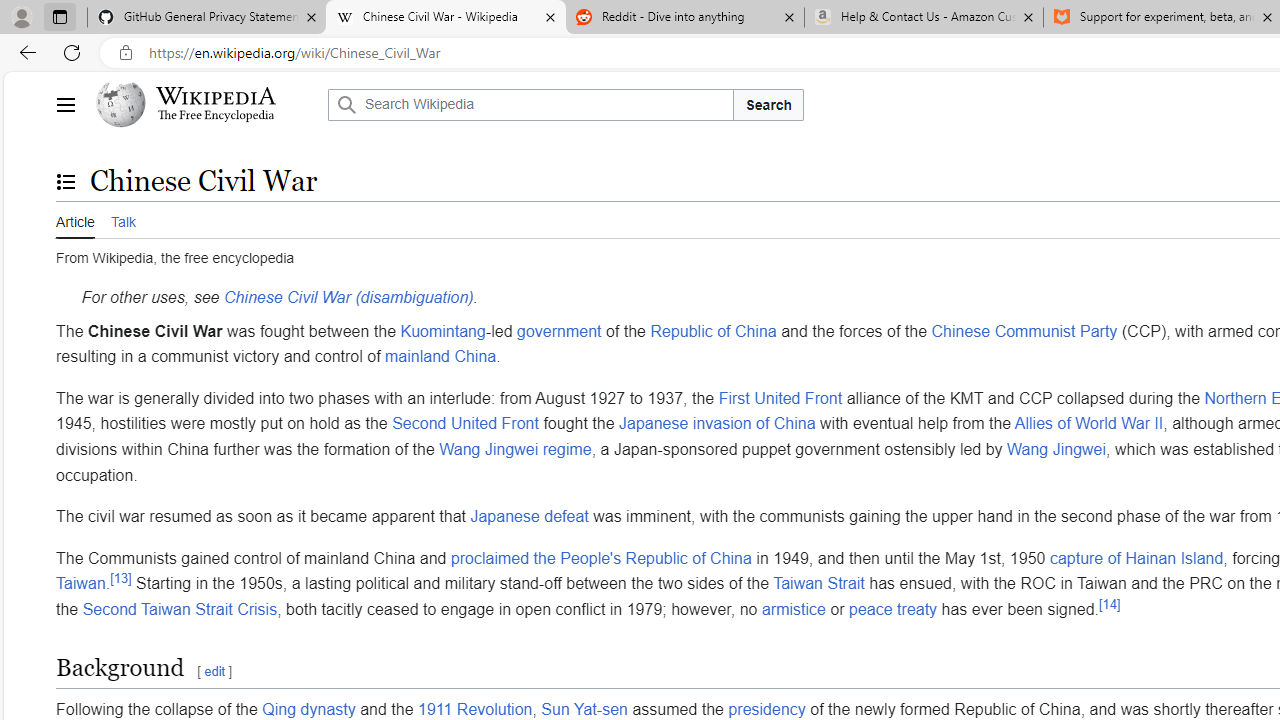  Describe the element at coordinates (75, 219) in the screenshot. I see `'Article'` at that location.